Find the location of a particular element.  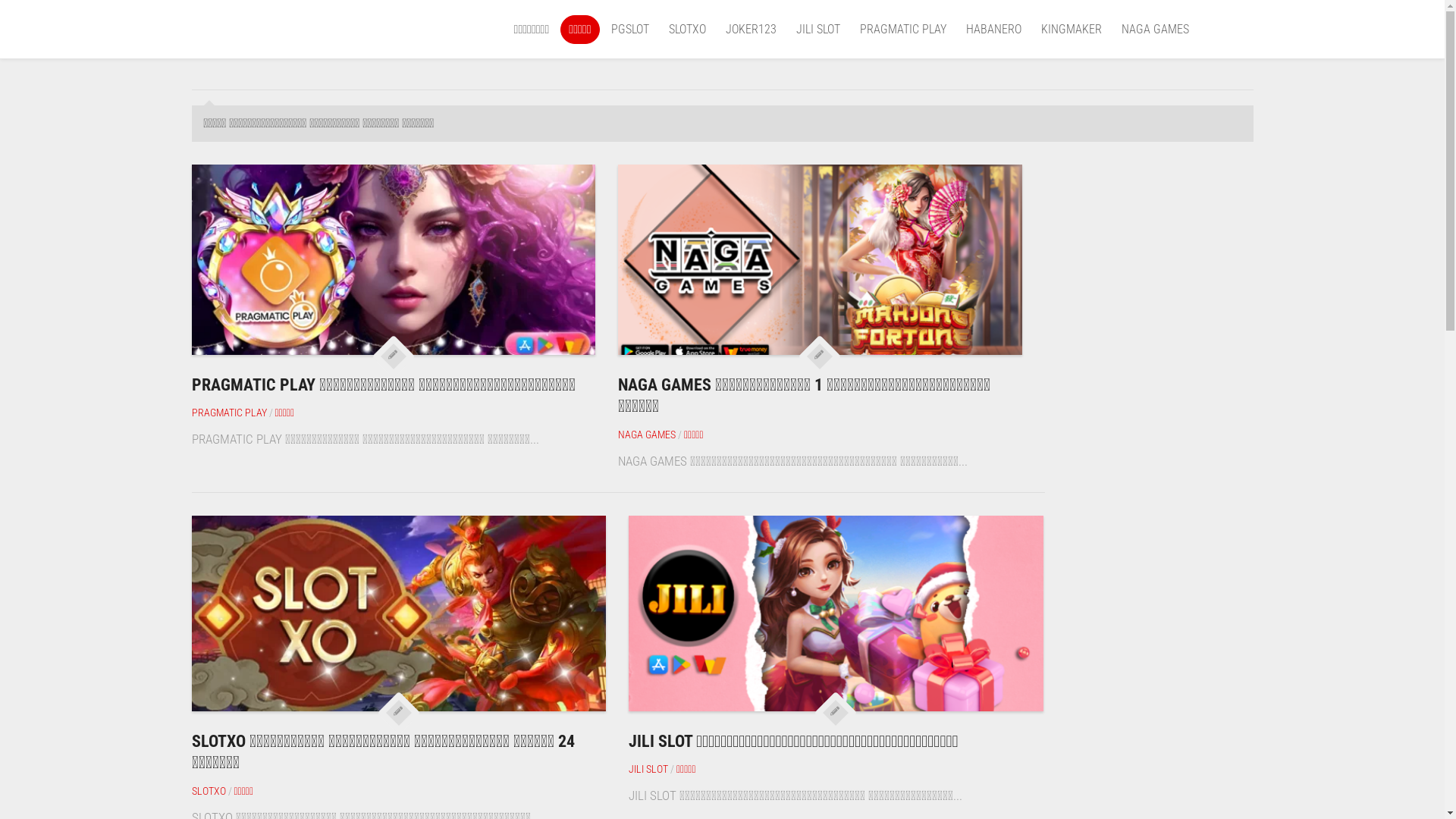

'PGSLOT' is located at coordinates (629, 29).